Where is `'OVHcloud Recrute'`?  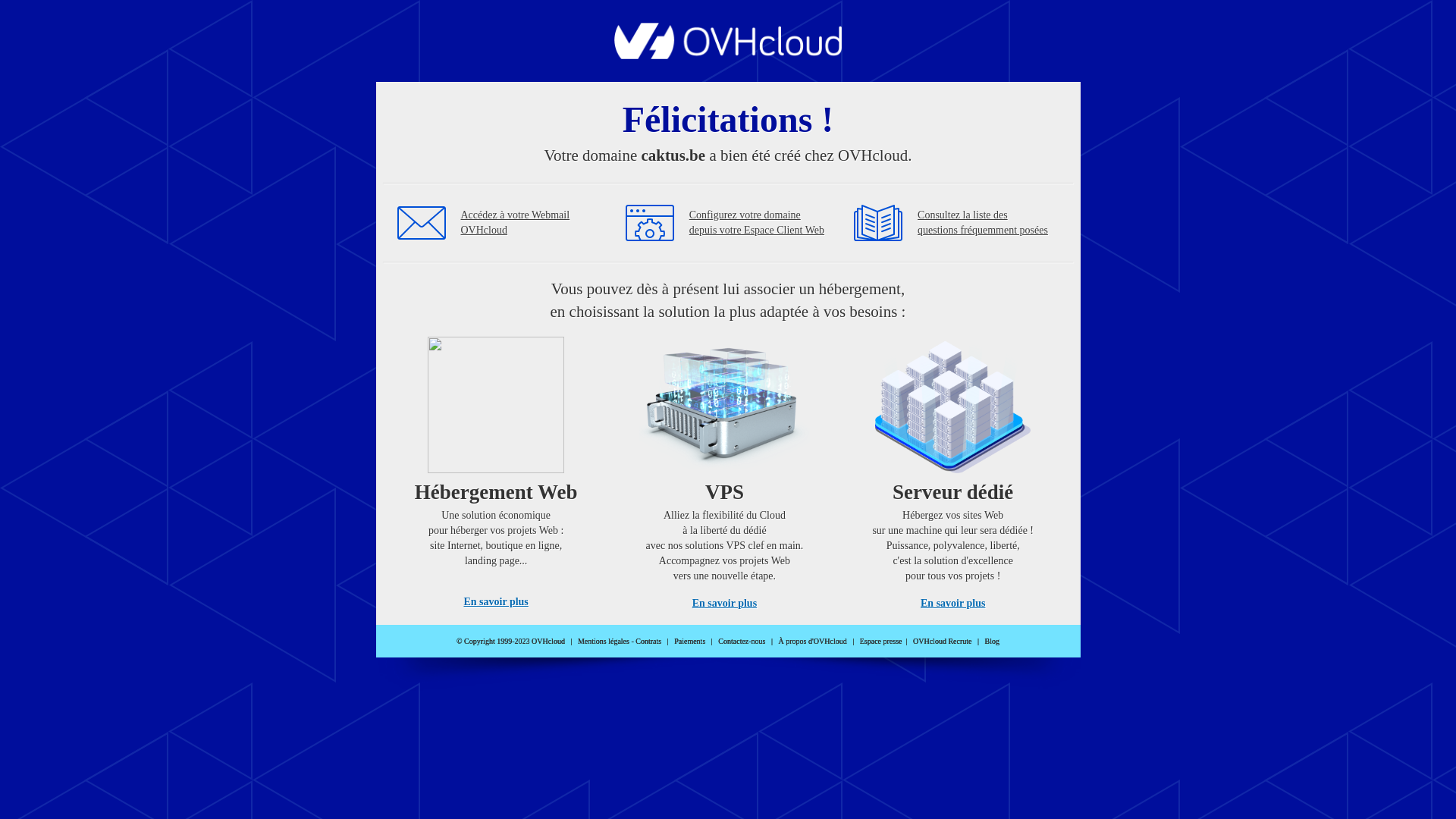
'OVHcloud Recrute' is located at coordinates (941, 641).